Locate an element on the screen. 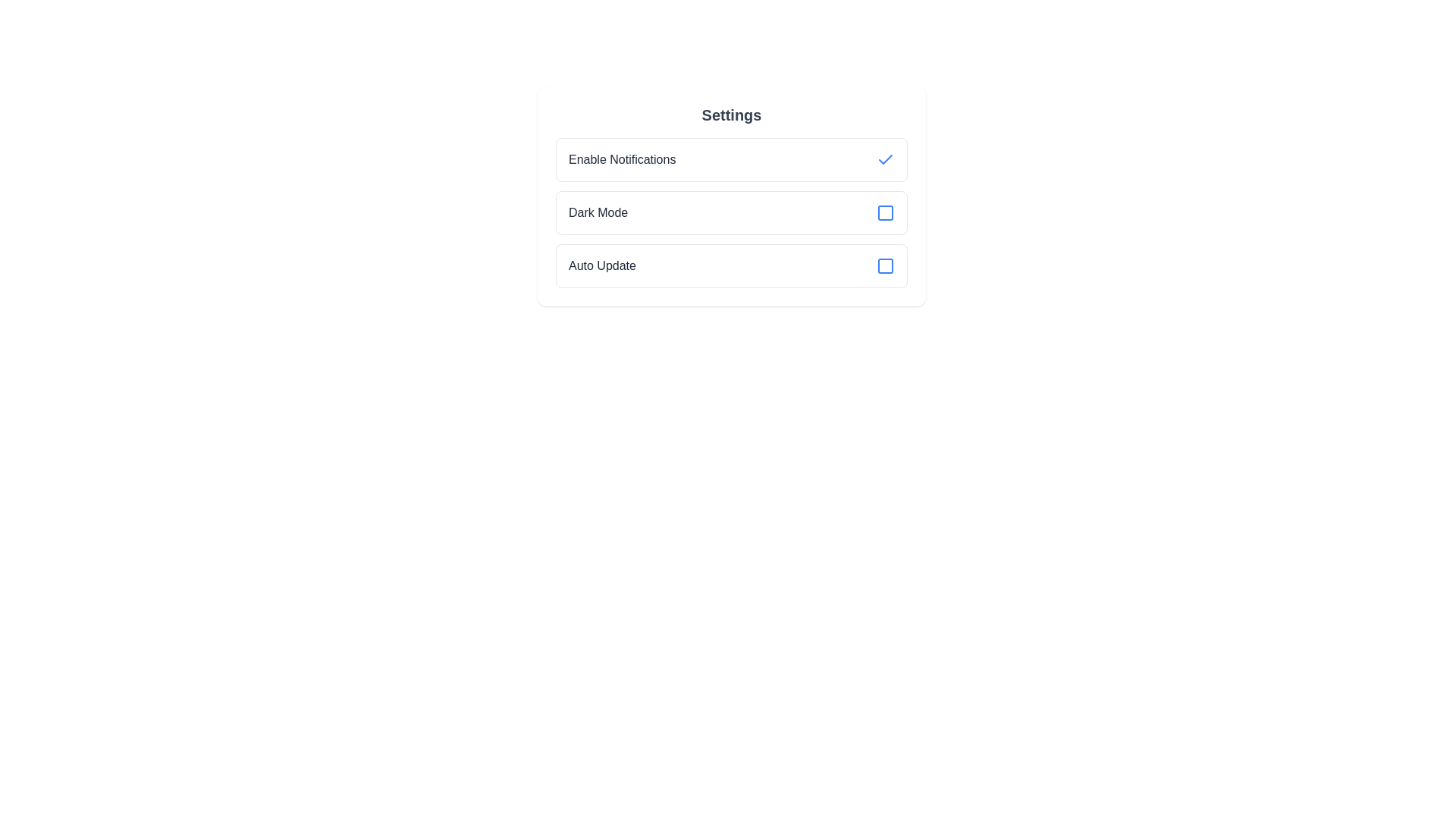 Image resolution: width=1456 pixels, height=819 pixels. the 'Dark Mode' option in the settings list is located at coordinates (731, 213).